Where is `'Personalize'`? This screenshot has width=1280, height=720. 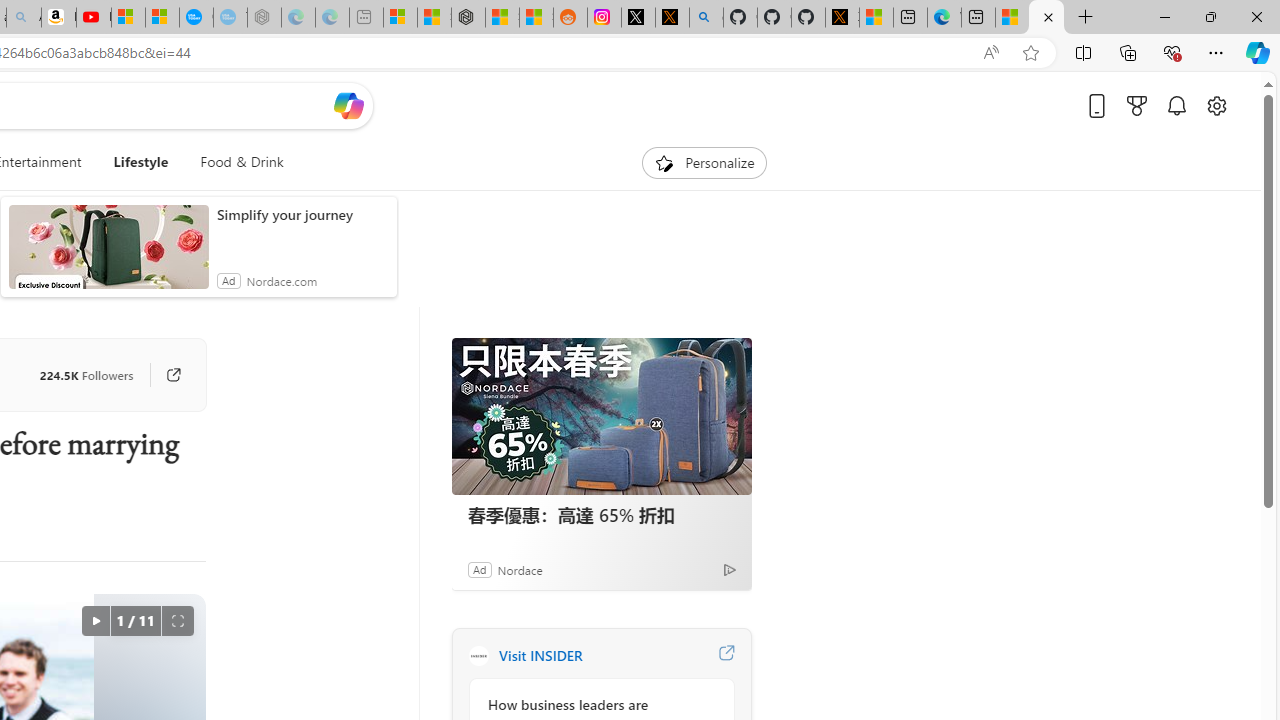 'Personalize' is located at coordinates (704, 162).